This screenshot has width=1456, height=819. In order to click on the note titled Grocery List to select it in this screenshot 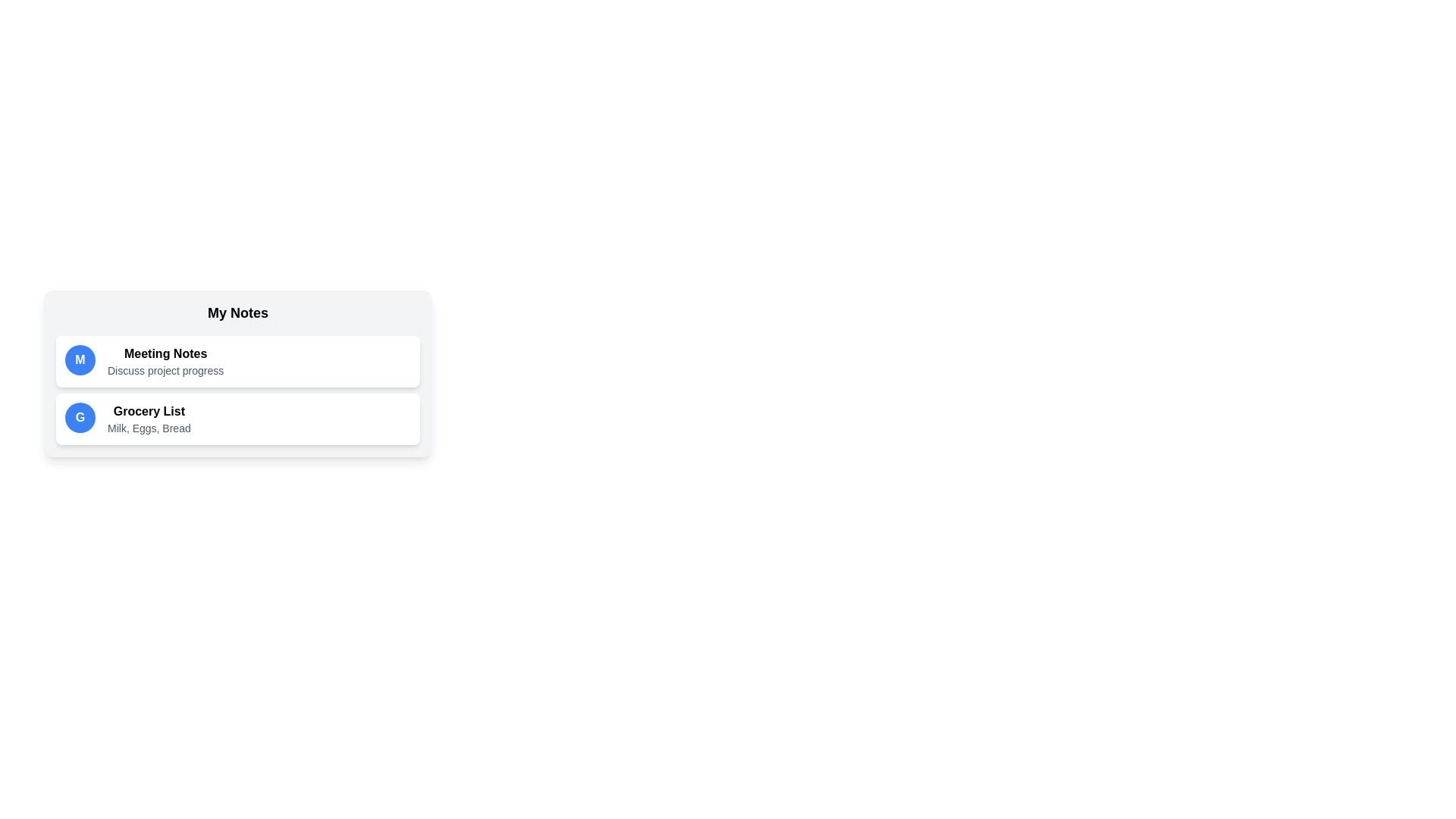, I will do `click(237, 419)`.